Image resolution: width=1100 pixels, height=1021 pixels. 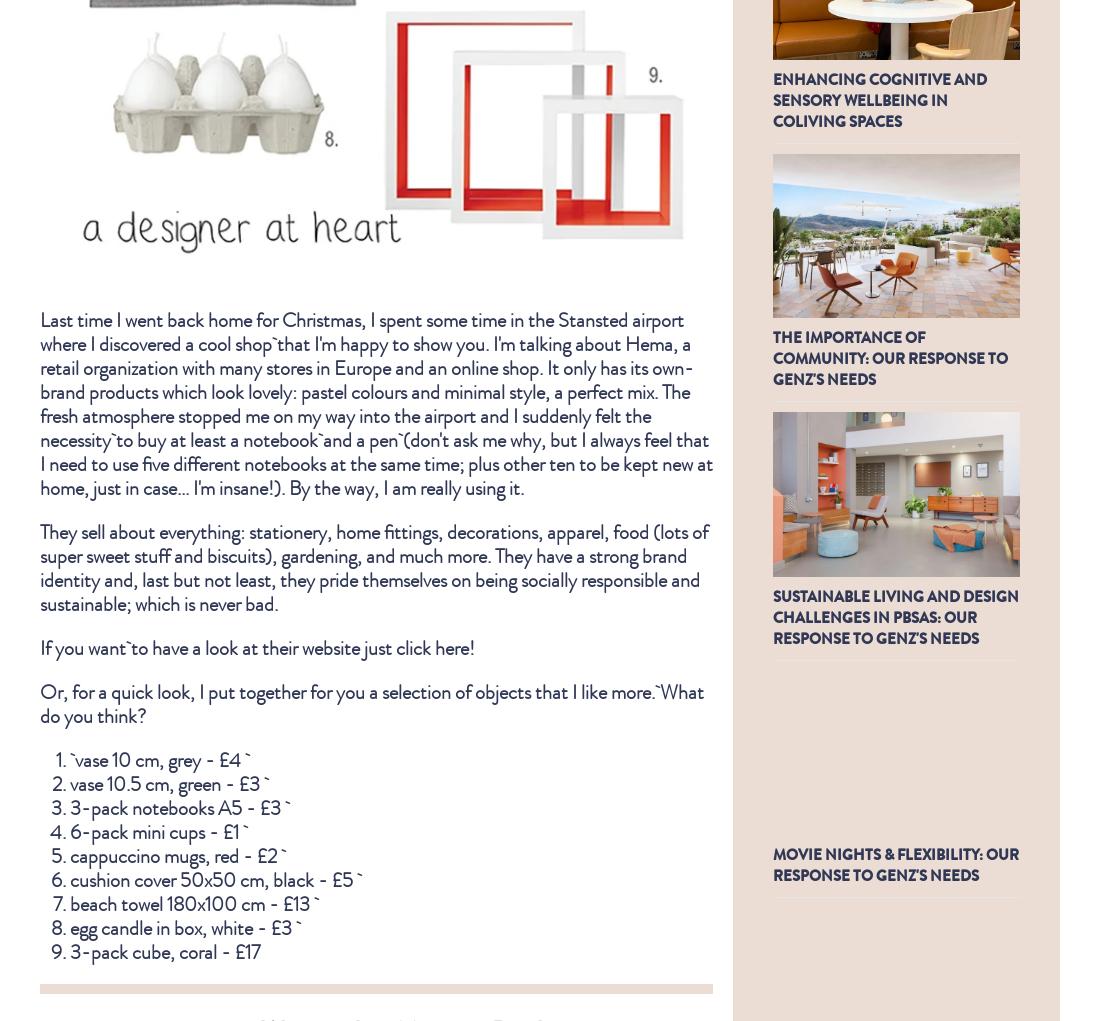 I want to click on 'Or, for a quick look, I put together for you a selection of objects that I like more. What do you think?', so click(x=39, y=702).